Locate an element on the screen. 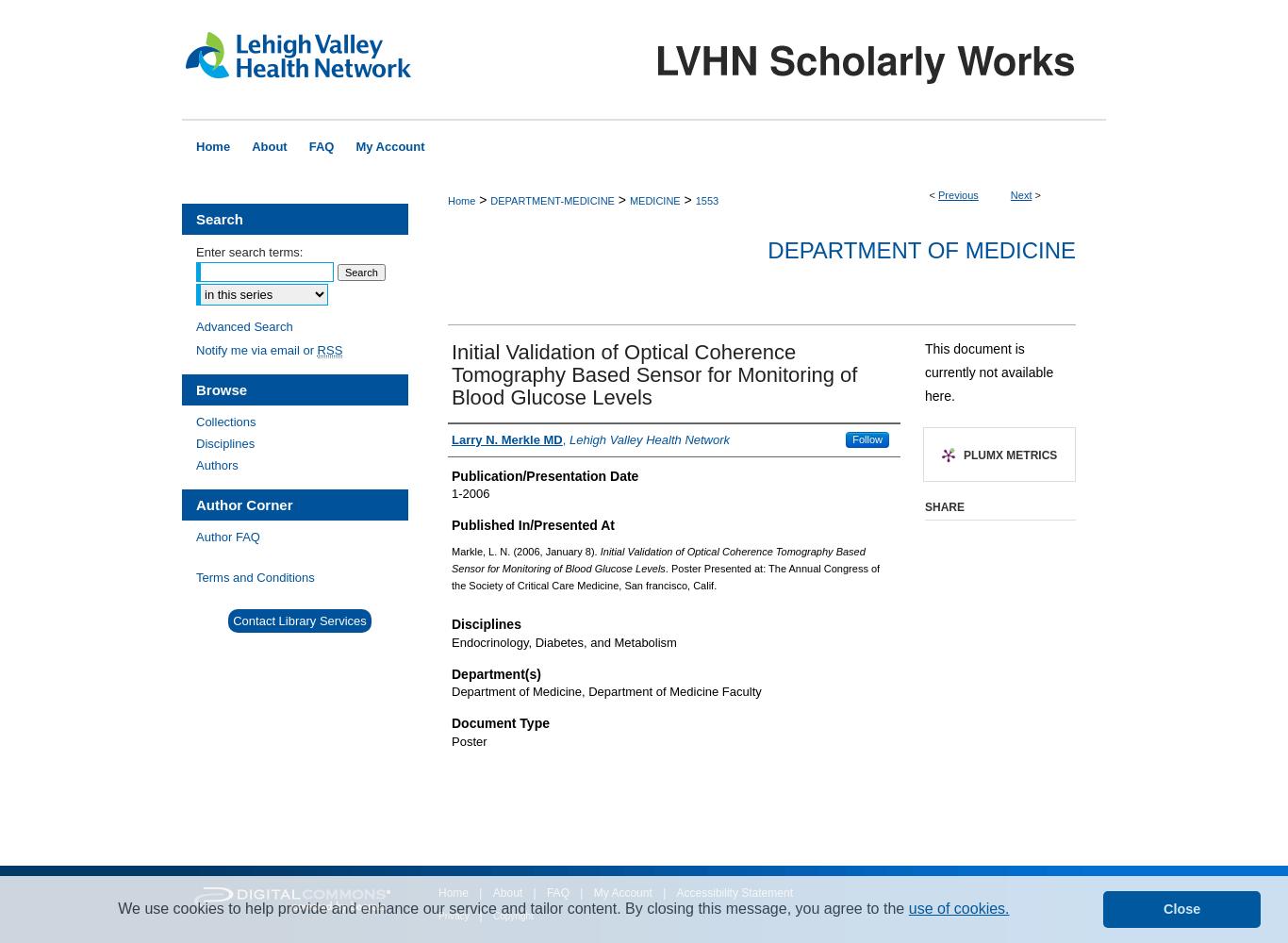 This screenshot has height=943, width=1288. 'Follow' is located at coordinates (867, 438).